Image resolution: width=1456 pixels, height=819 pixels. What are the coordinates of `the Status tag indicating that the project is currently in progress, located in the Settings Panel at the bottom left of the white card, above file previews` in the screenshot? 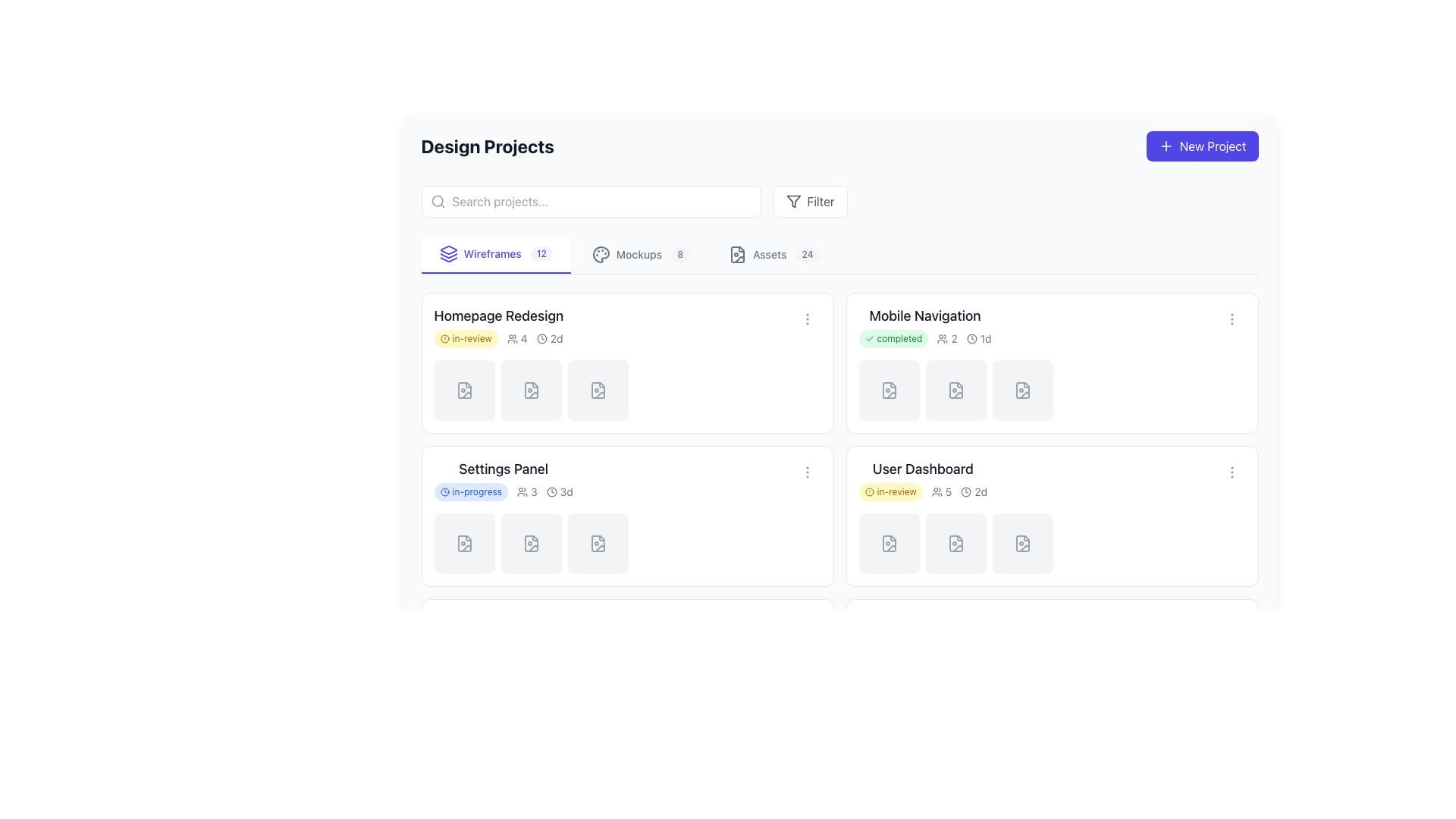 It's located at (504, 491).